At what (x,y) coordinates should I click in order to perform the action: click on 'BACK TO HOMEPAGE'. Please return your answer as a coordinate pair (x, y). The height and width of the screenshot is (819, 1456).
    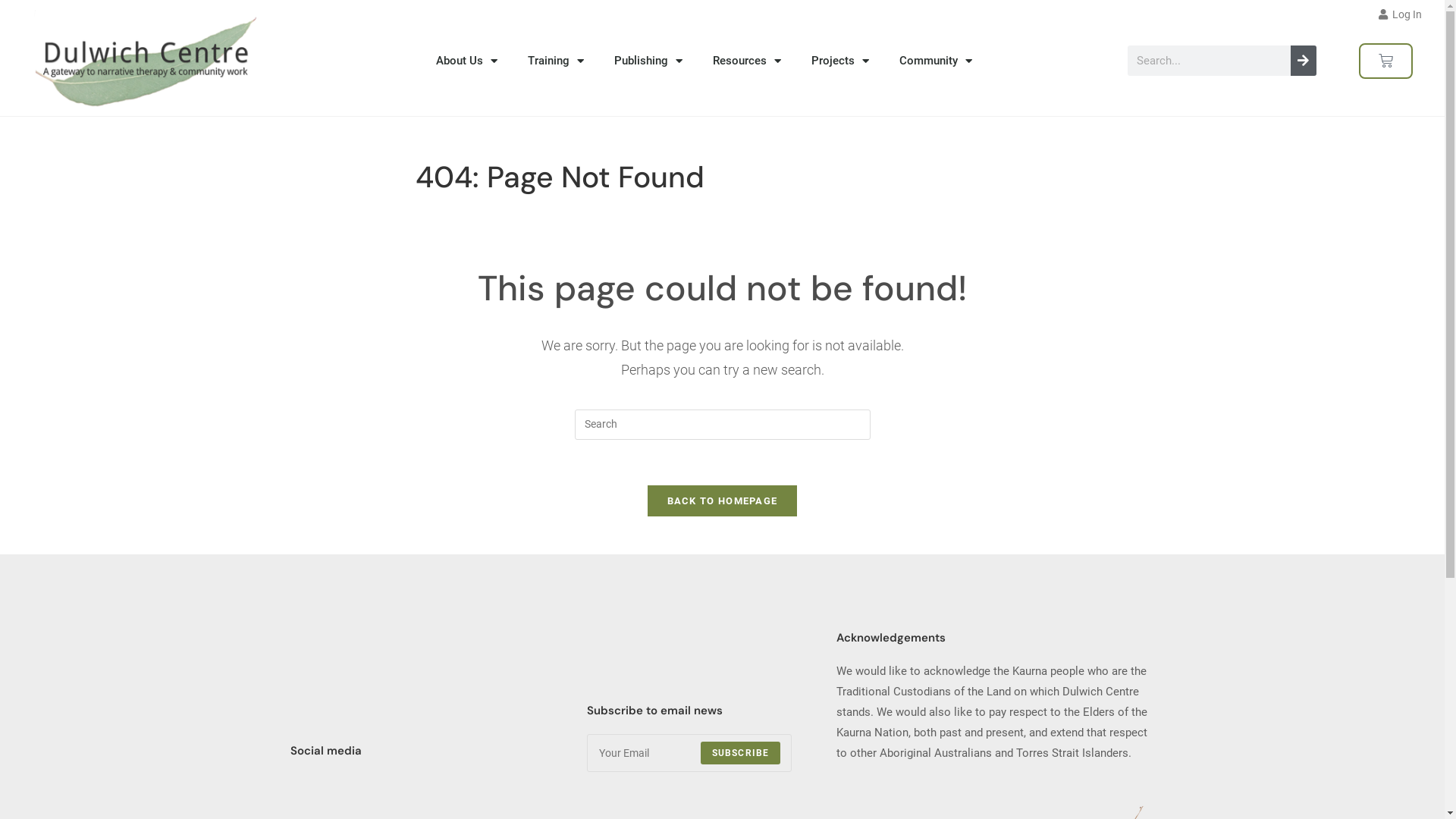
    Looking at the image, I should click on (648, 500).